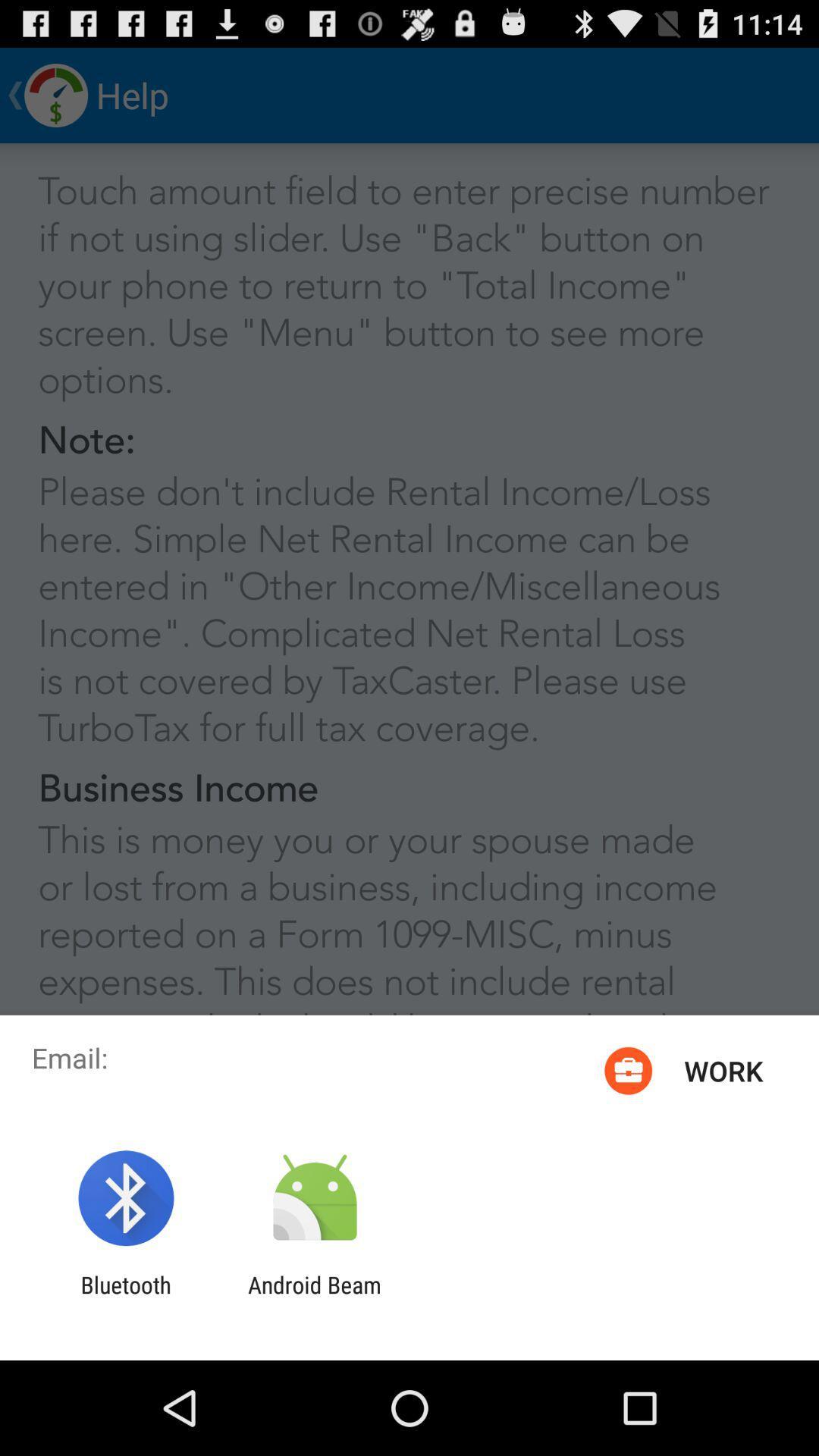 This screenshot has height=1456, width=819. I want to click on item to the right of the bluetooth item, so click(314, 1298).